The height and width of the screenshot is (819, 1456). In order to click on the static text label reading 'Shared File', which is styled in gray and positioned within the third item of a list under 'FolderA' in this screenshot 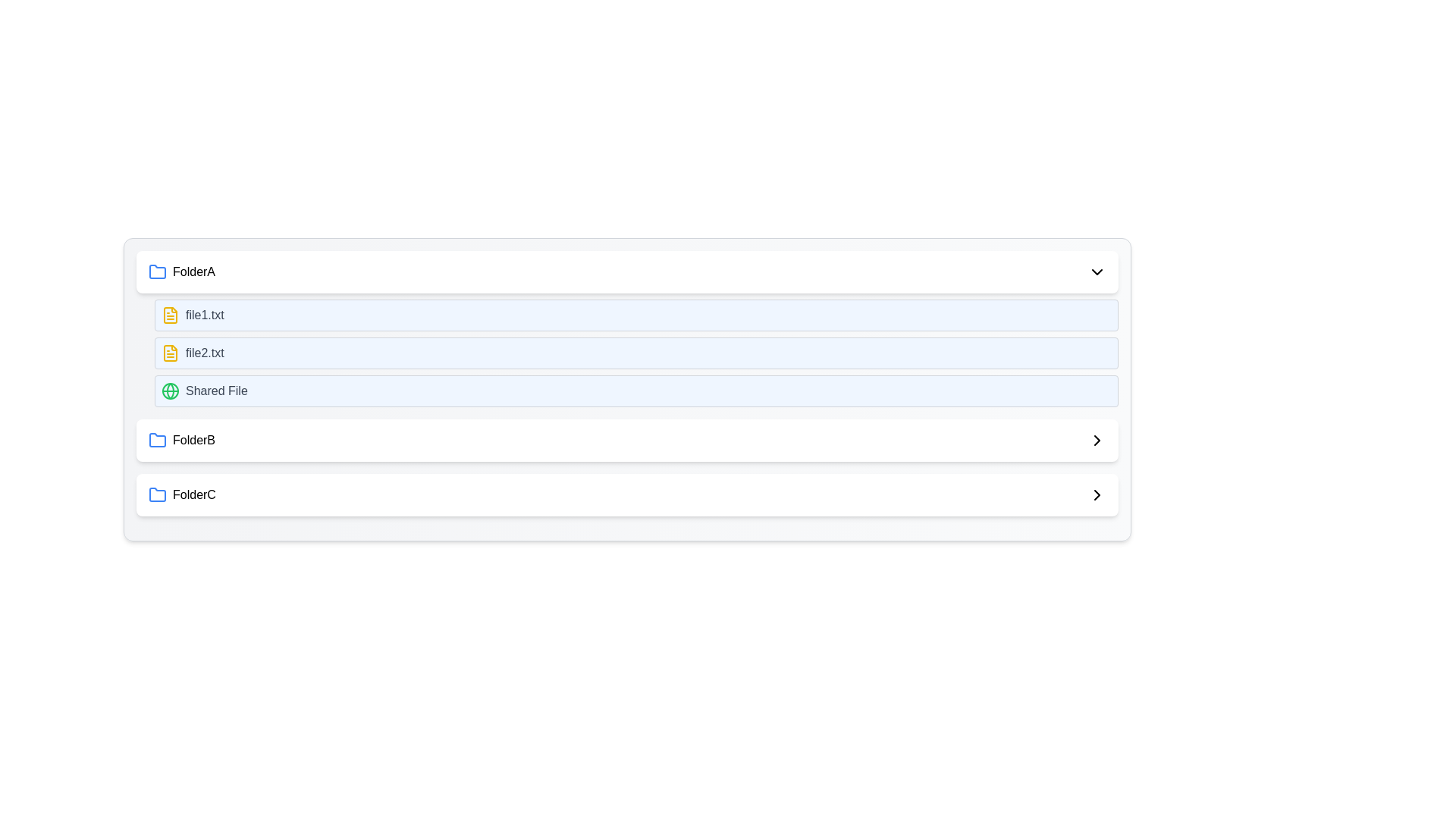, I will do `click(215, 391)`.